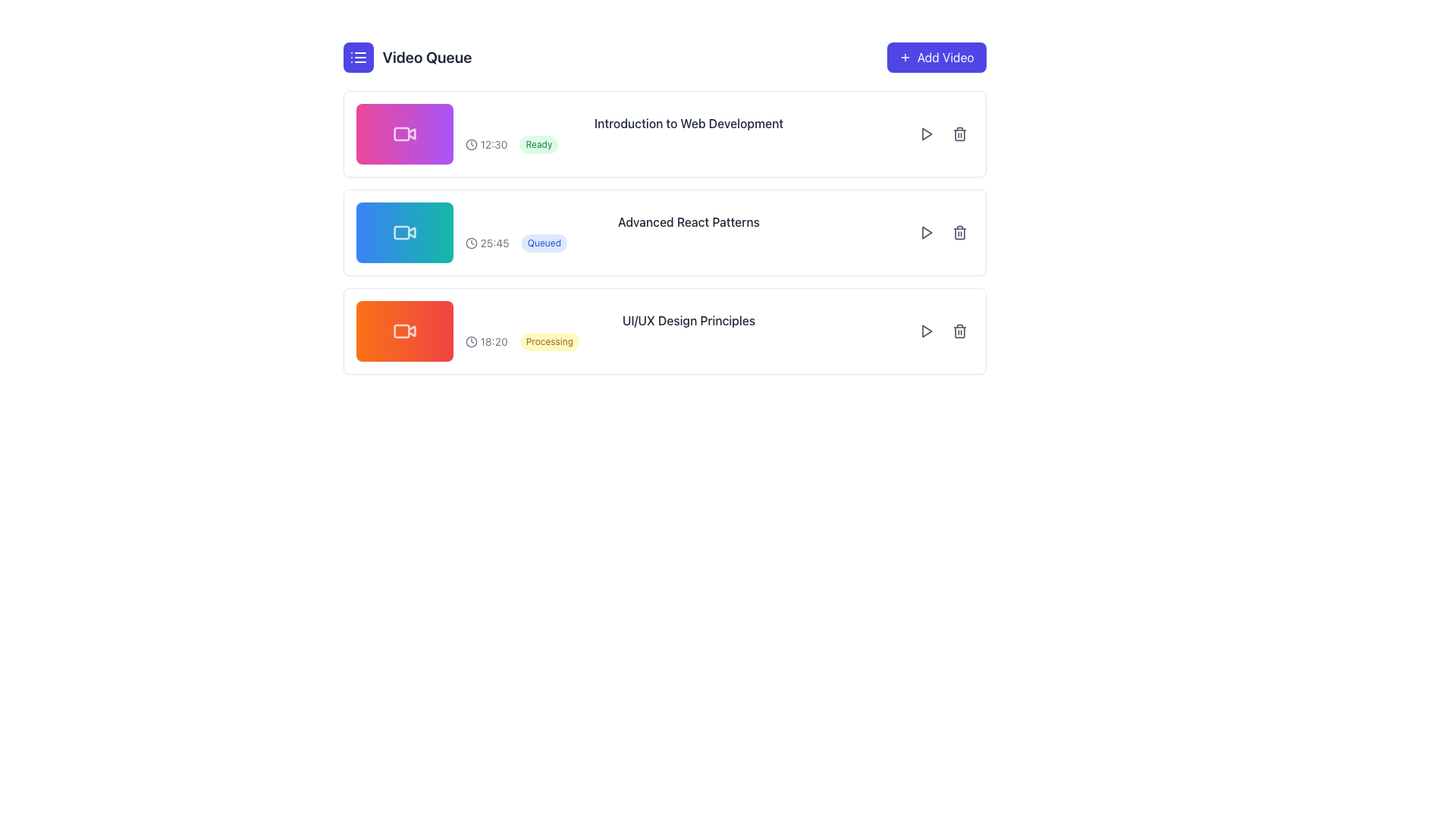 The image size is (1456, 819). Describe the element at coordinates (925, 330) in the screenshot. I see `the playback button located on the right side of the 'UI/UX Design Principles' row` at that location.